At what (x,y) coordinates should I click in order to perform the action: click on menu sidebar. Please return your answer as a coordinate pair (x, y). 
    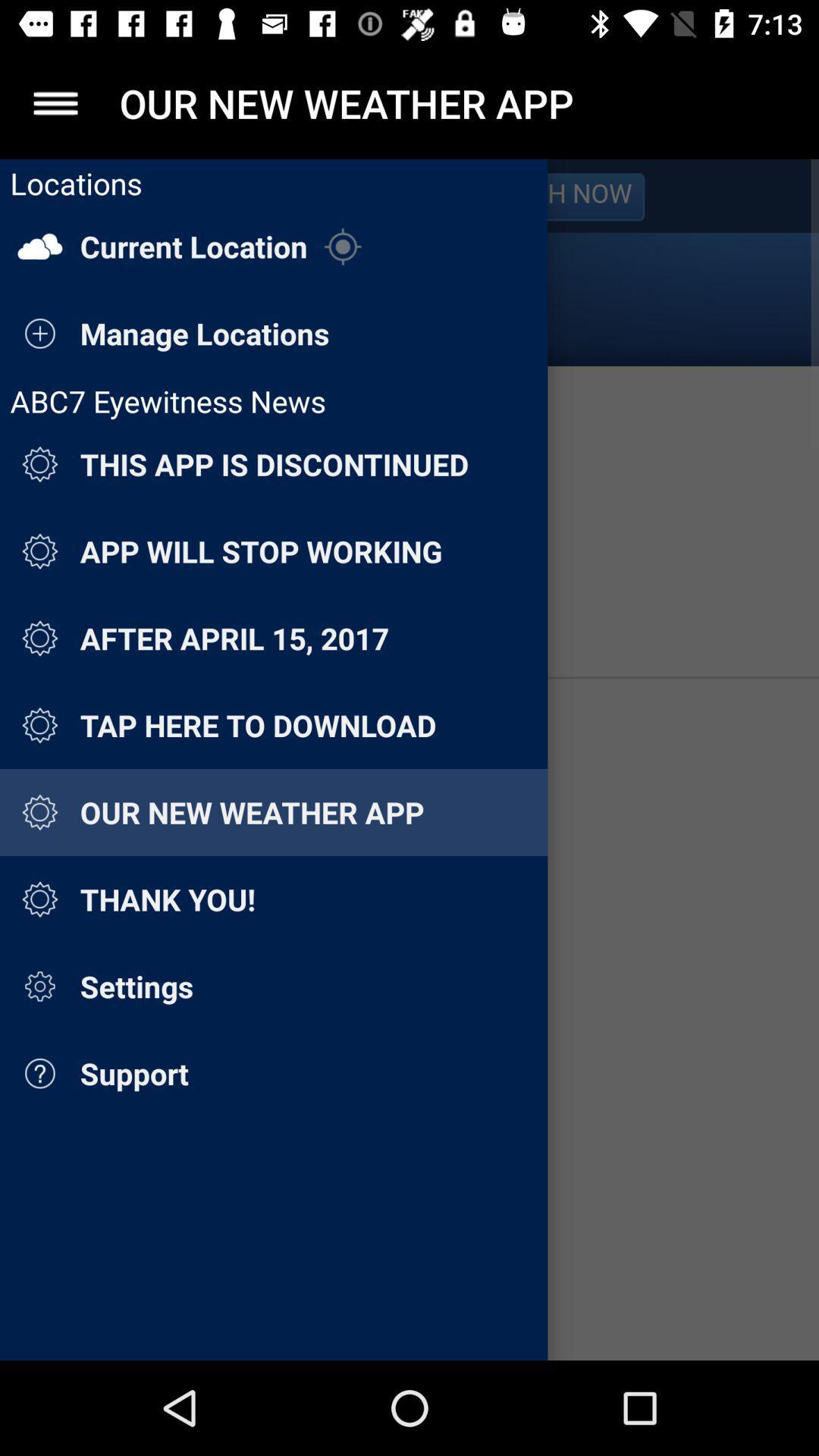
    Looking at the image, I should click on (409, 760).